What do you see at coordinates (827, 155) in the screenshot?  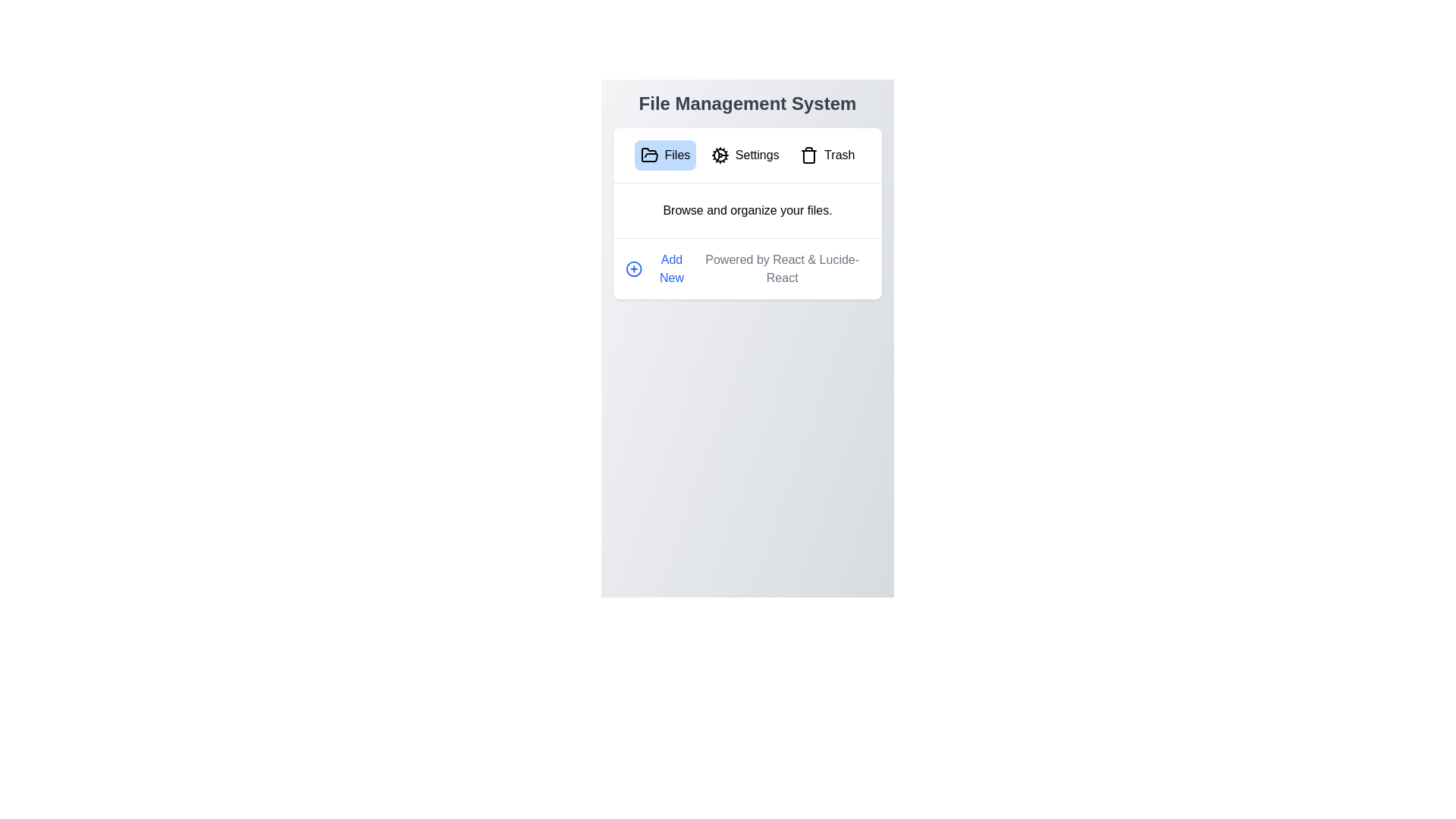 I see `the Trash tab by clicking on its corresponding button` at bounding box center [827, 155].